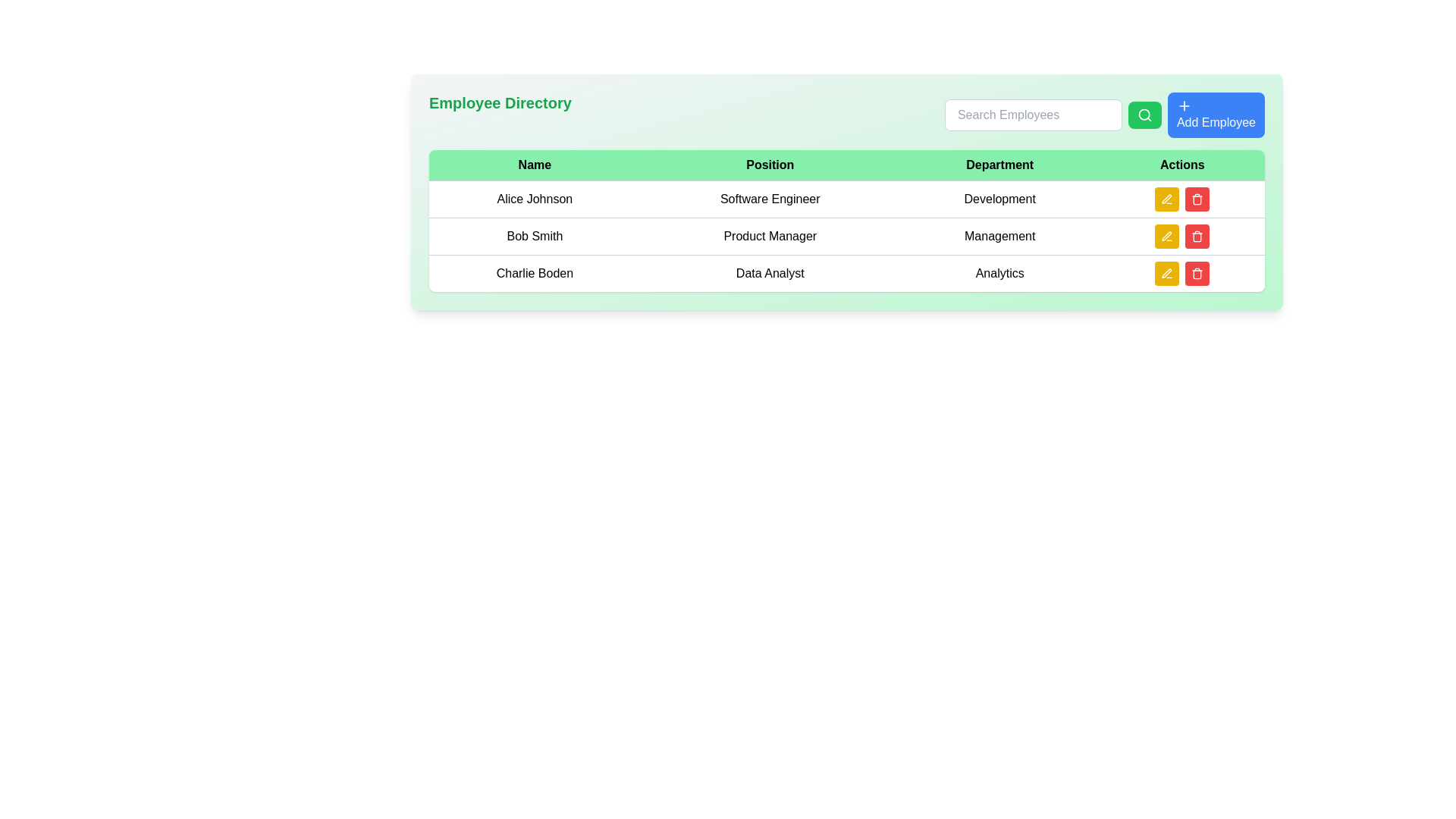 This screenshot has height=819, width=1456. I want to click on the text label displaying 'Development' in black, located in the third column of the details row for 'Alice Johnson', adjacent to 'Software Engineer' and 'Actions', so click(999, 198).